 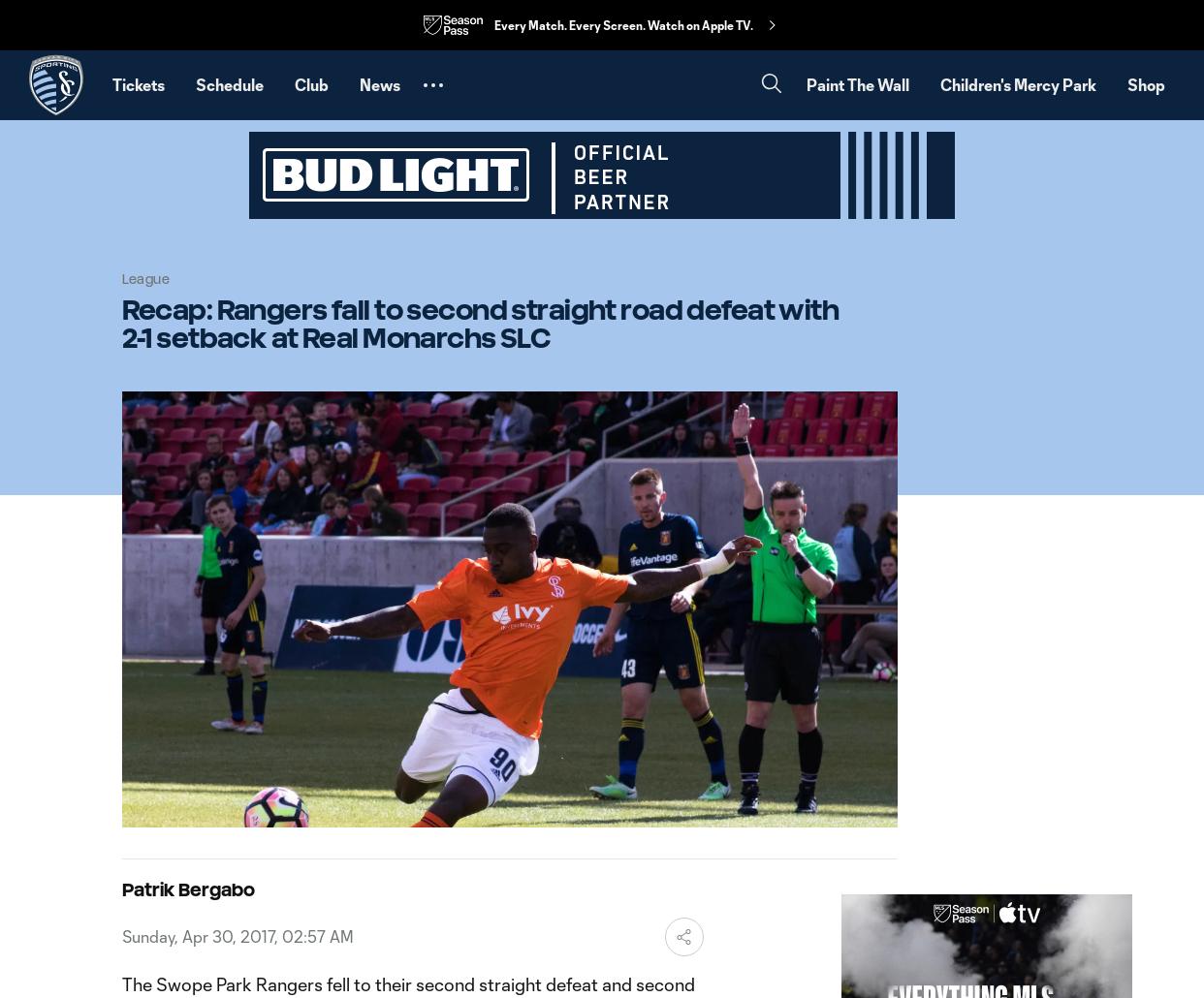 I want to click on 'Every Match. Every Screen. Watch on Apple TV.', so click(x=491, y=24).